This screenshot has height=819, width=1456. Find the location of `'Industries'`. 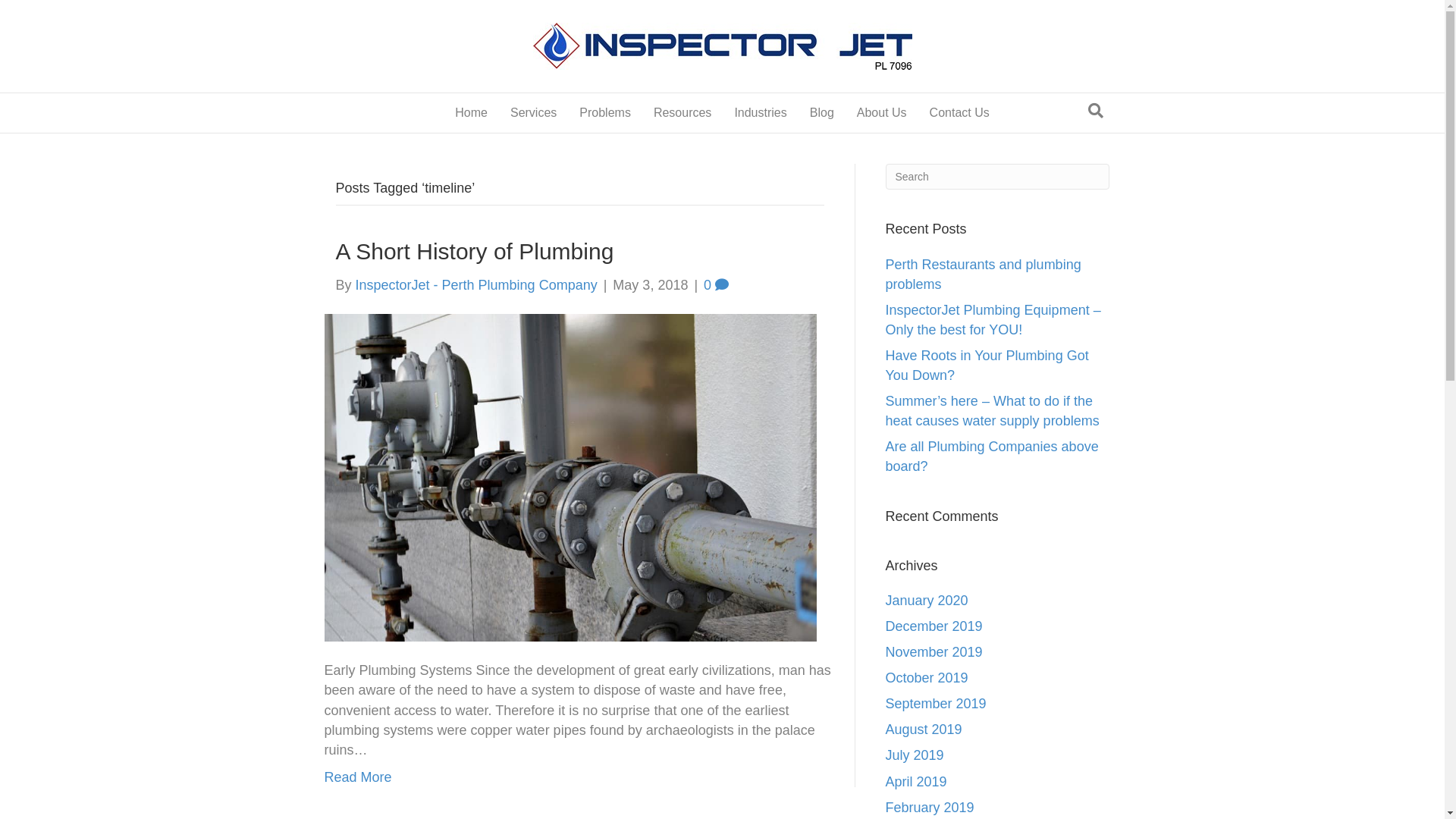

'Industries' is located at coordinates (760, 112).